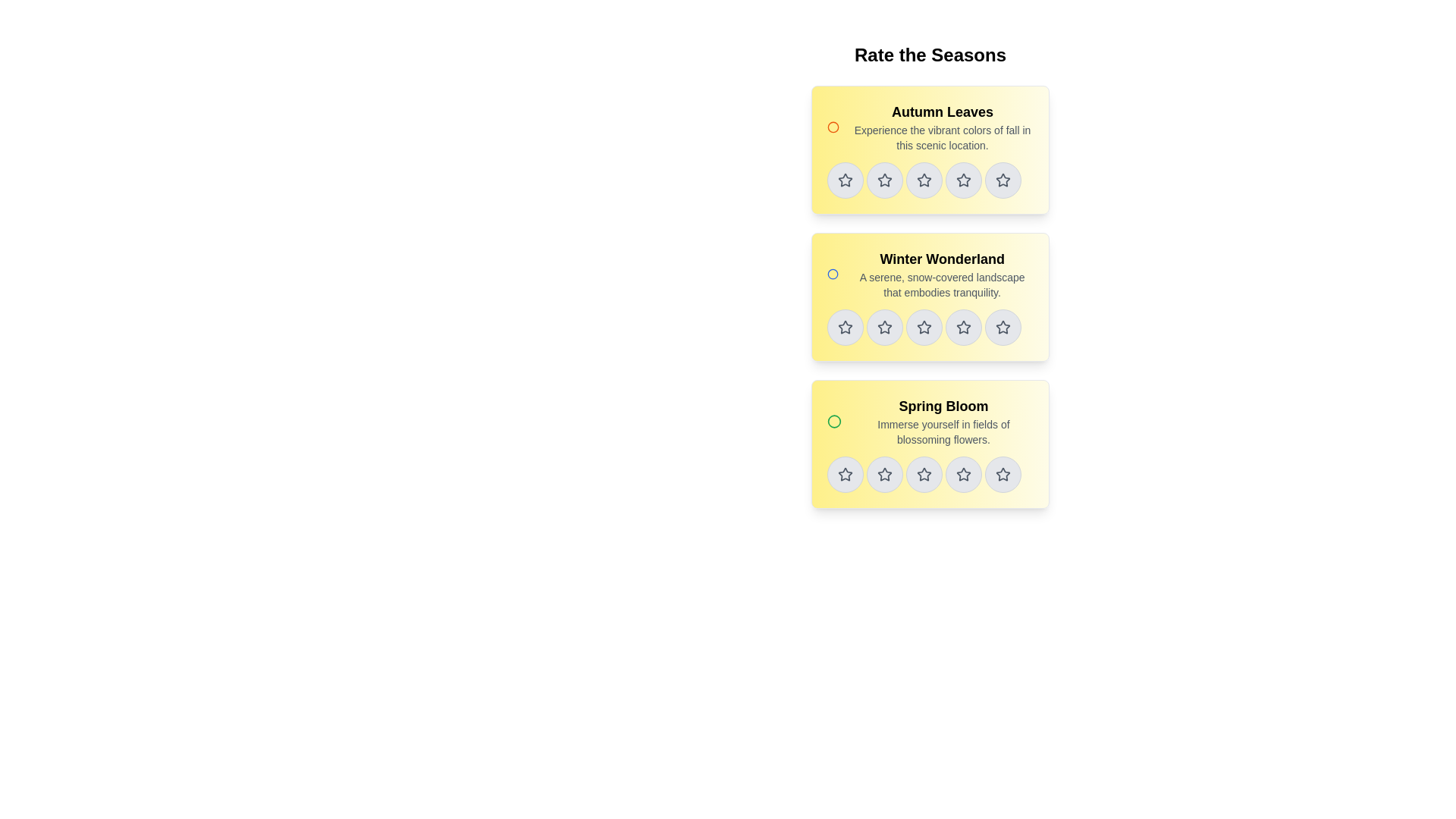  I want to click on the star icon in the third rating row under the title 'Winter Wonderland', so click(930, 327).